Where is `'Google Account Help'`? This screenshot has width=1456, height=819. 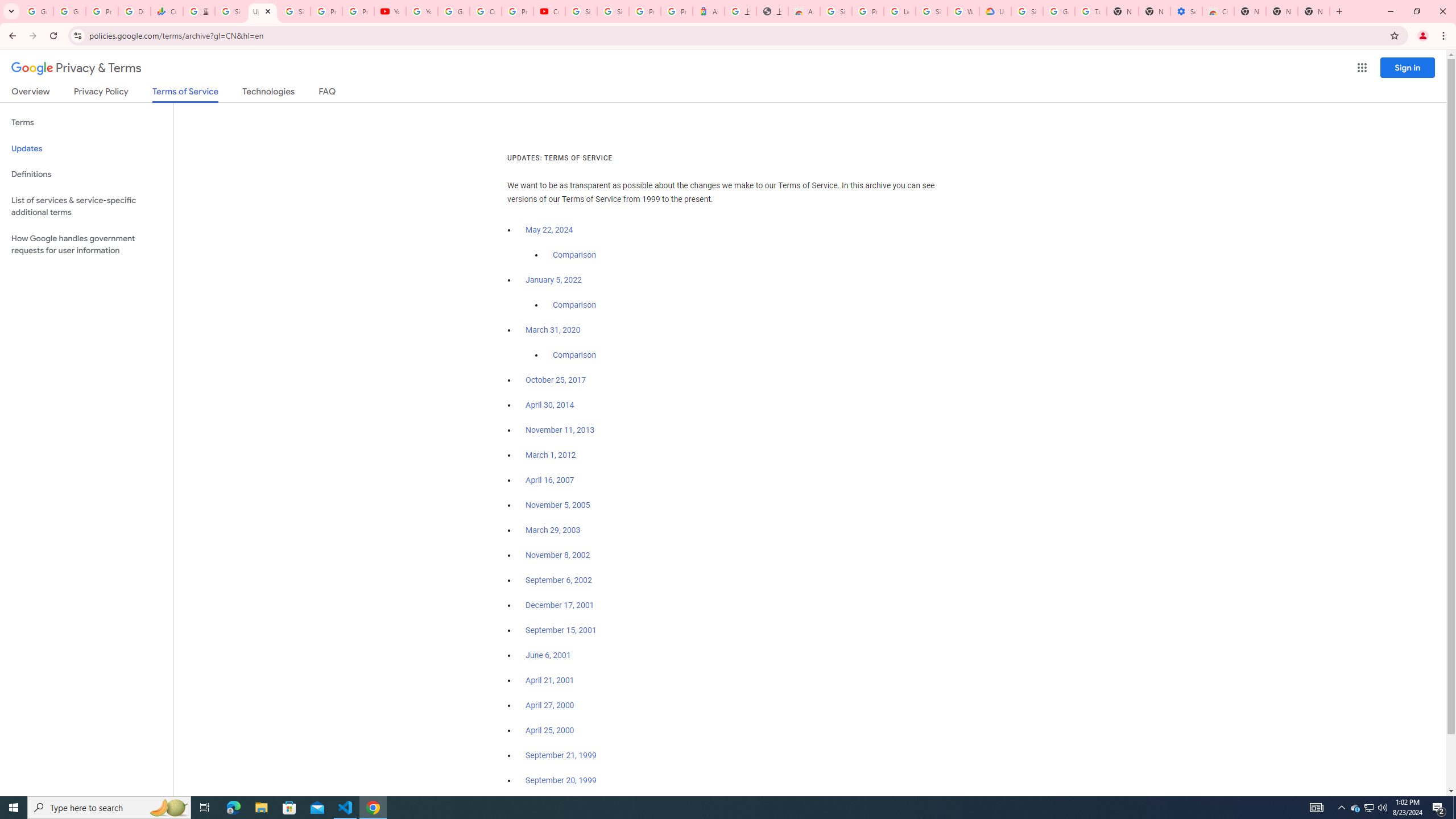 'Google Account Help' is located at coordinates (453, 11).